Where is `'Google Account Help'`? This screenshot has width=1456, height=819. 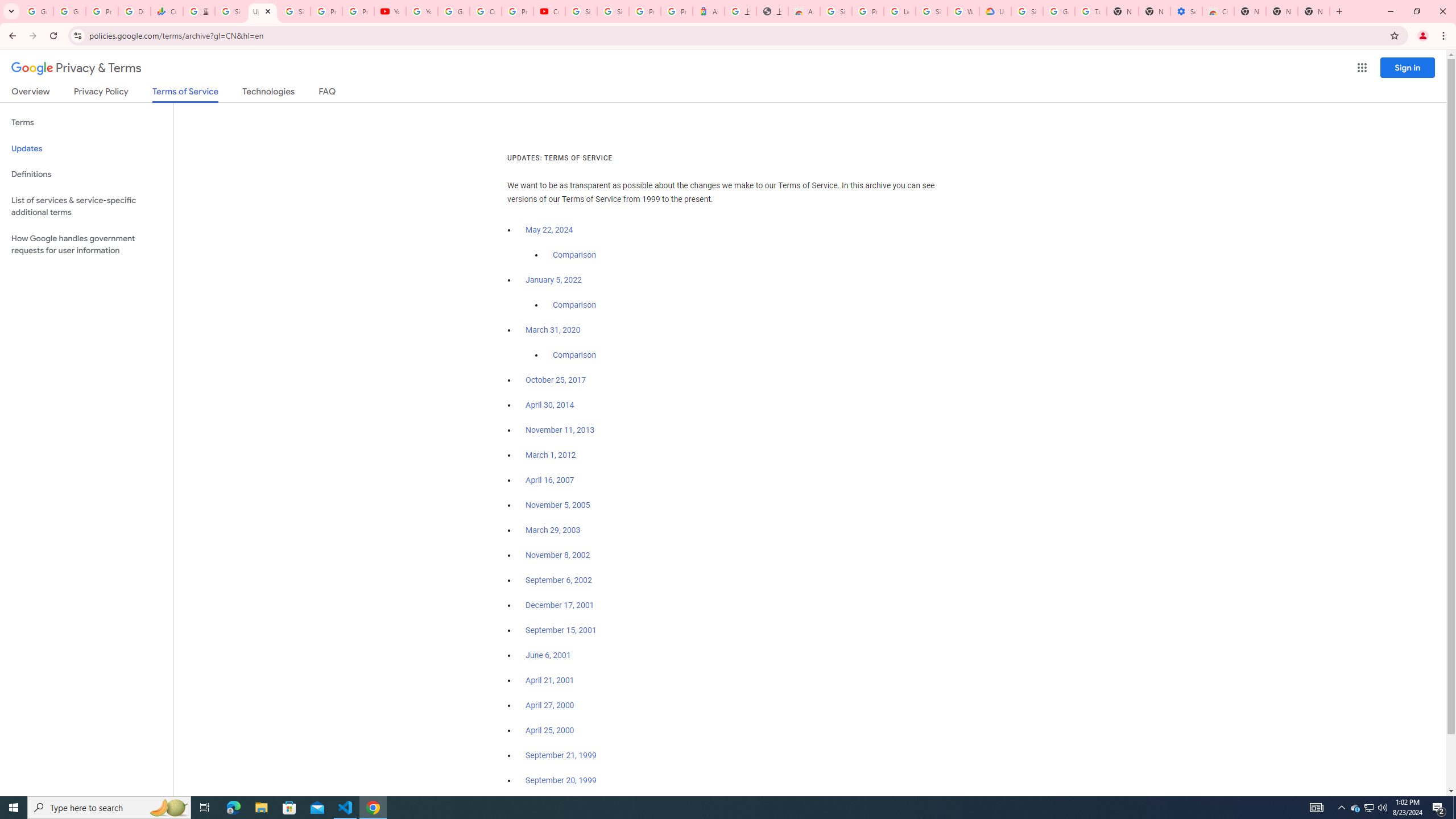 'Google Account Help' is located at coordinates (453, 11).